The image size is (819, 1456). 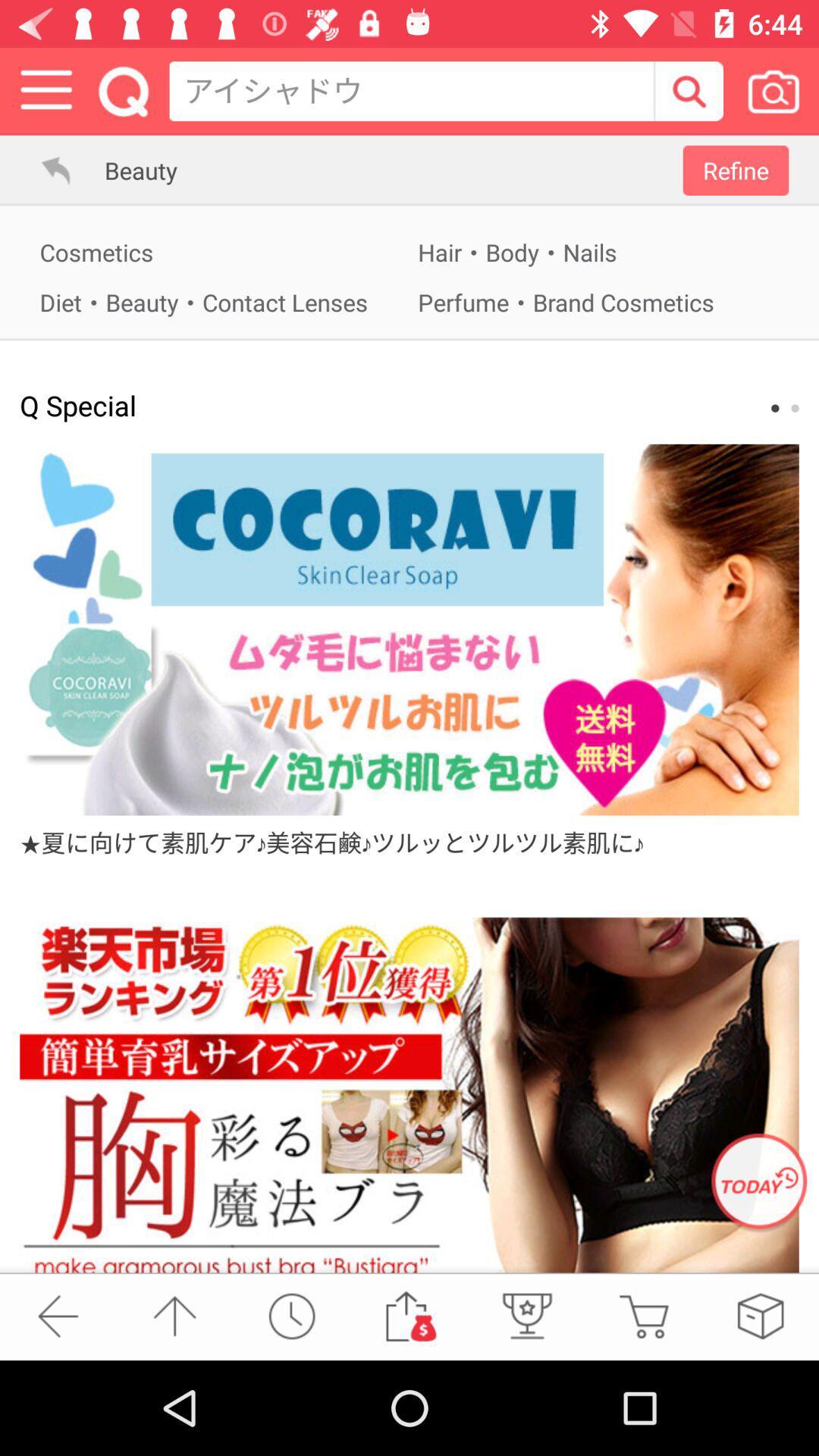 What do you see at coordinates (525, 1315) in the screenshot?
I see `get a gift` at bounding box center [525, 1315].